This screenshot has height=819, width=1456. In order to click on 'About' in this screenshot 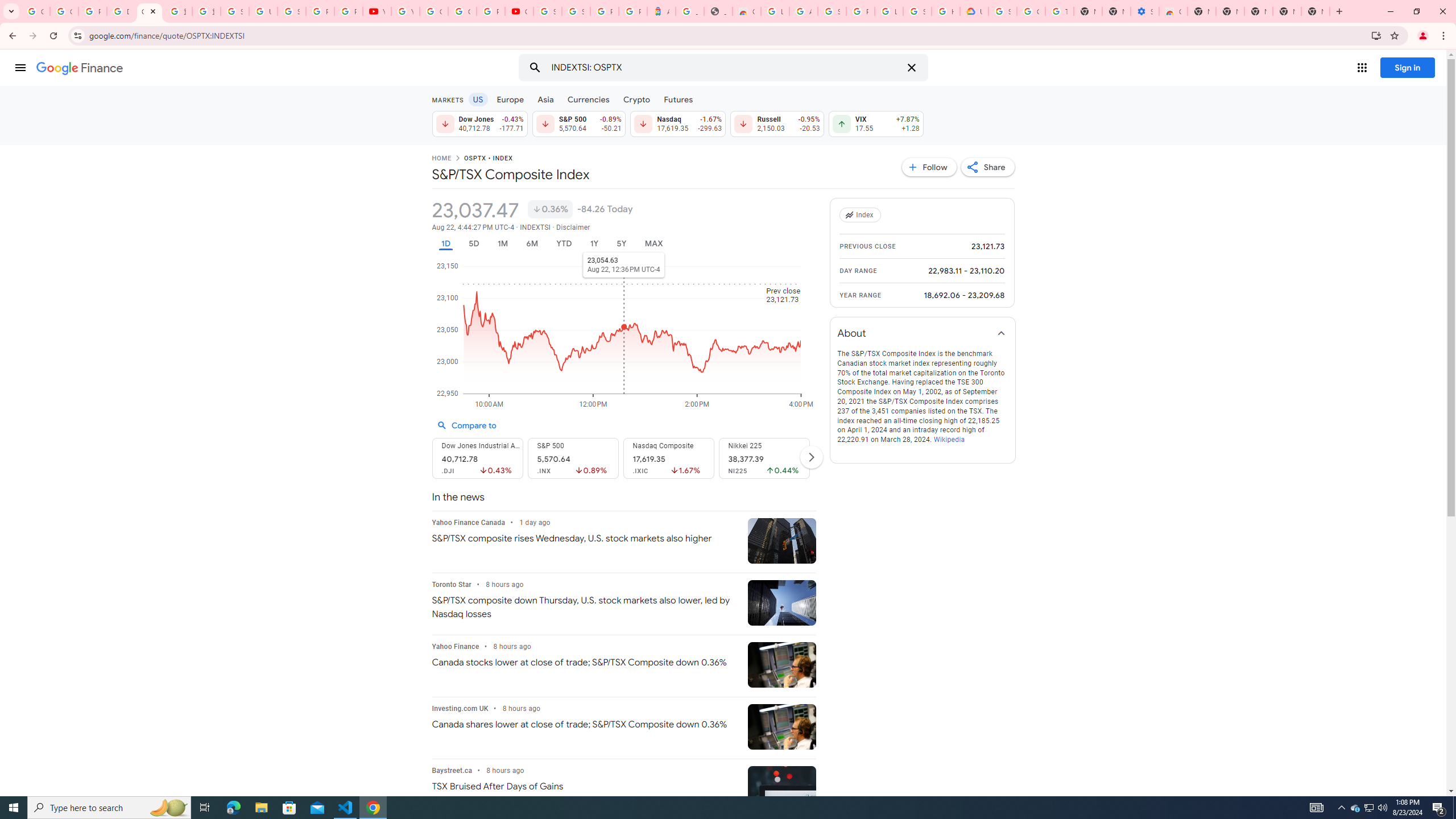, I will do `click(923, 333)`.